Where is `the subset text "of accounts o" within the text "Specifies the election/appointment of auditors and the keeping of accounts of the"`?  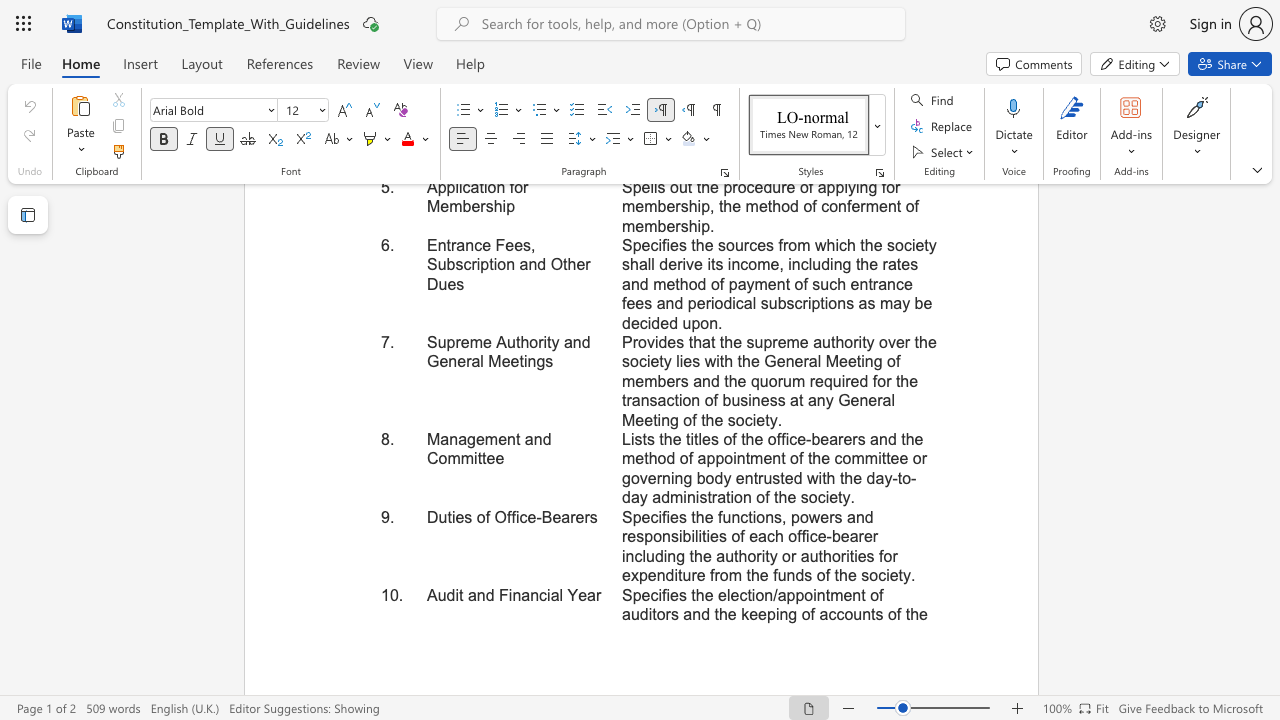 the subset text "of accounts o" within the text "Specifies the election/appointment of auditors and the keeping of accounts of the" is located at coordinates (801, 613).